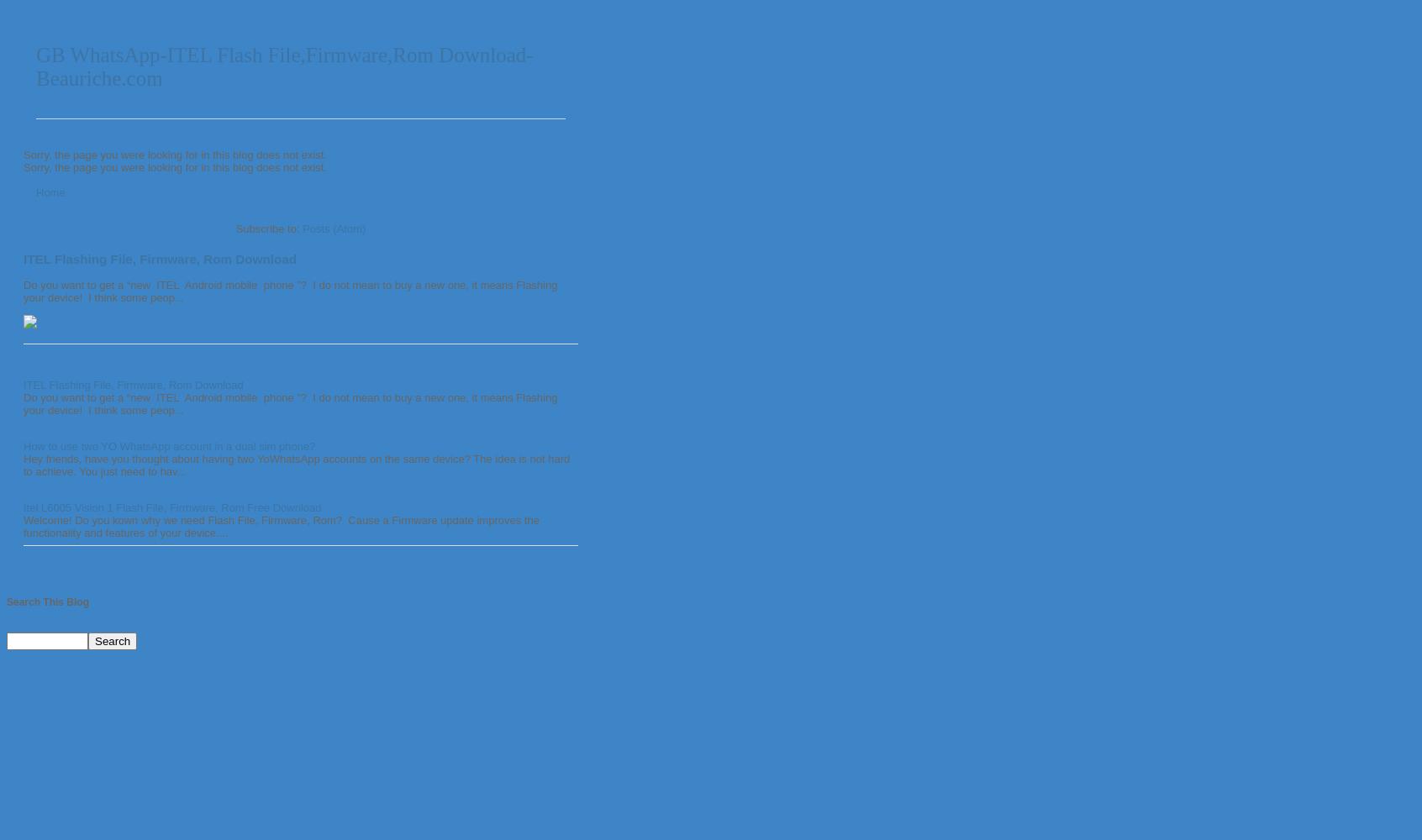 Image resolution: width=1422 pixels, height=840 pixels. I want to click on 'Home', so click(50, 191).